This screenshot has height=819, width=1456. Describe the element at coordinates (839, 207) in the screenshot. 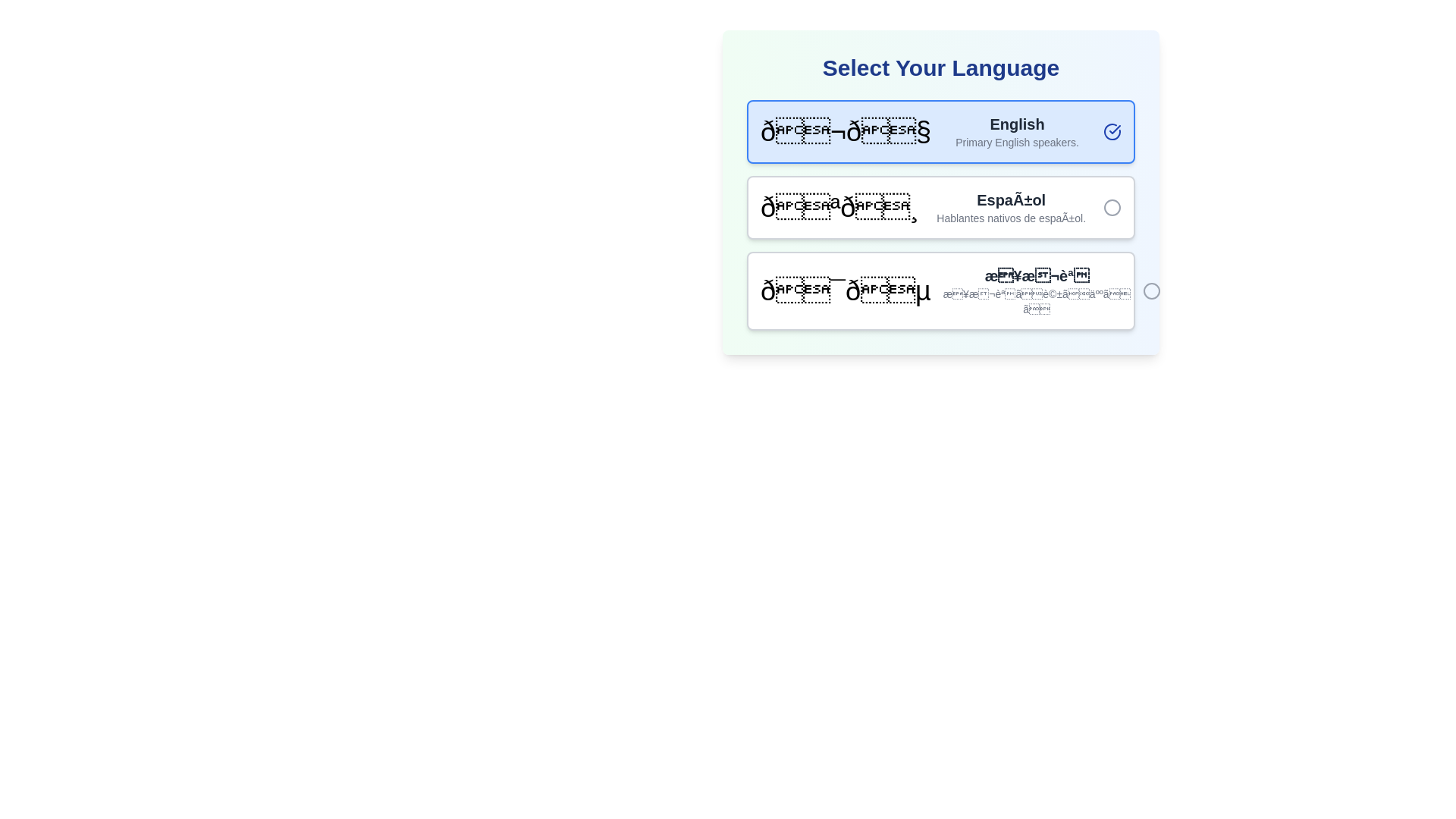

I see `the large black and white flag emoji located at the leftmost side of the second selectable card in the language selection interface, which precedes the text 'Español.'` at that location.